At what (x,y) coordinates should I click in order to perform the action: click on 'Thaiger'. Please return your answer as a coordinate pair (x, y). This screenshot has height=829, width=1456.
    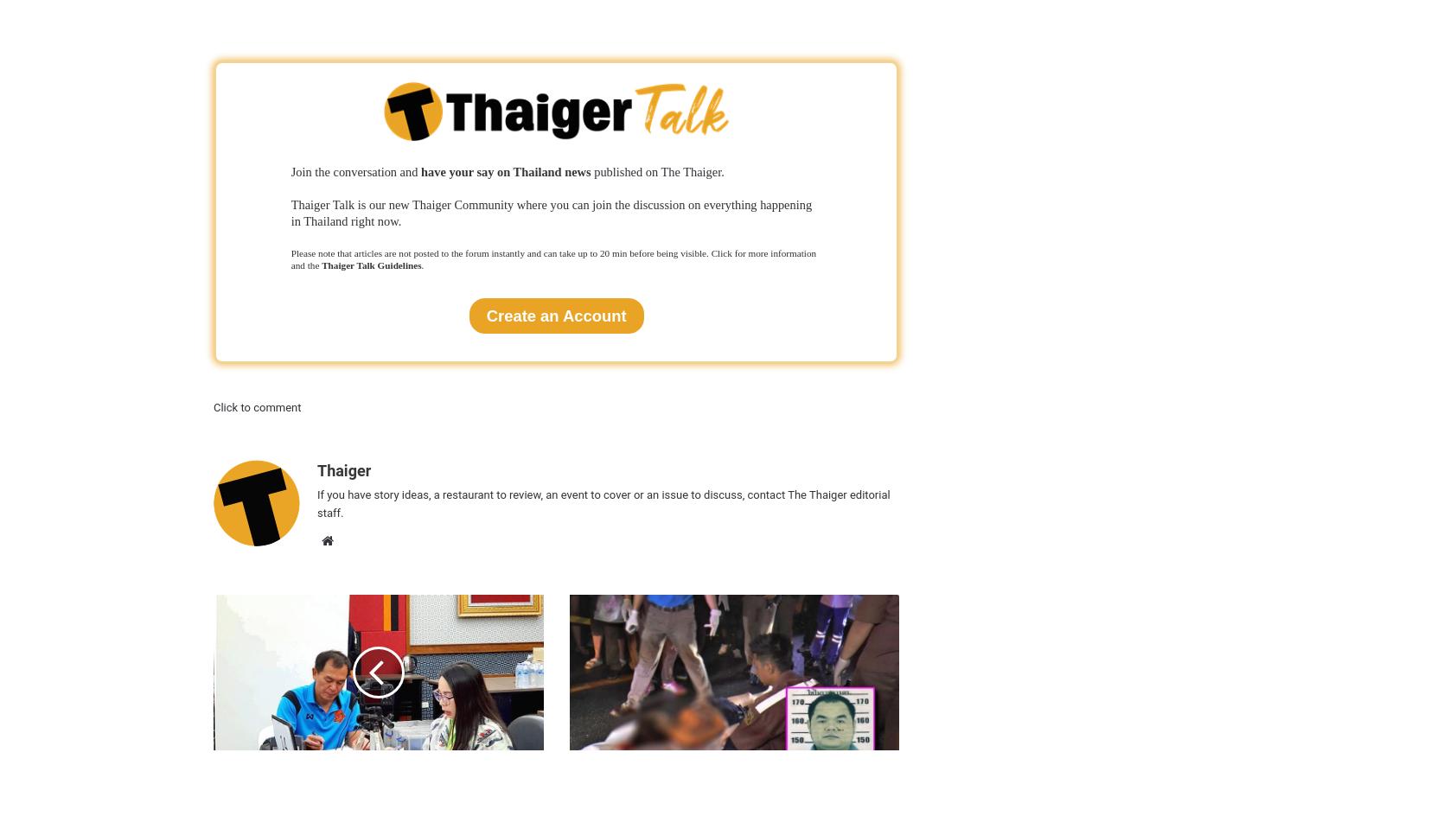
    Looking at the image, I should click on (343, 469).